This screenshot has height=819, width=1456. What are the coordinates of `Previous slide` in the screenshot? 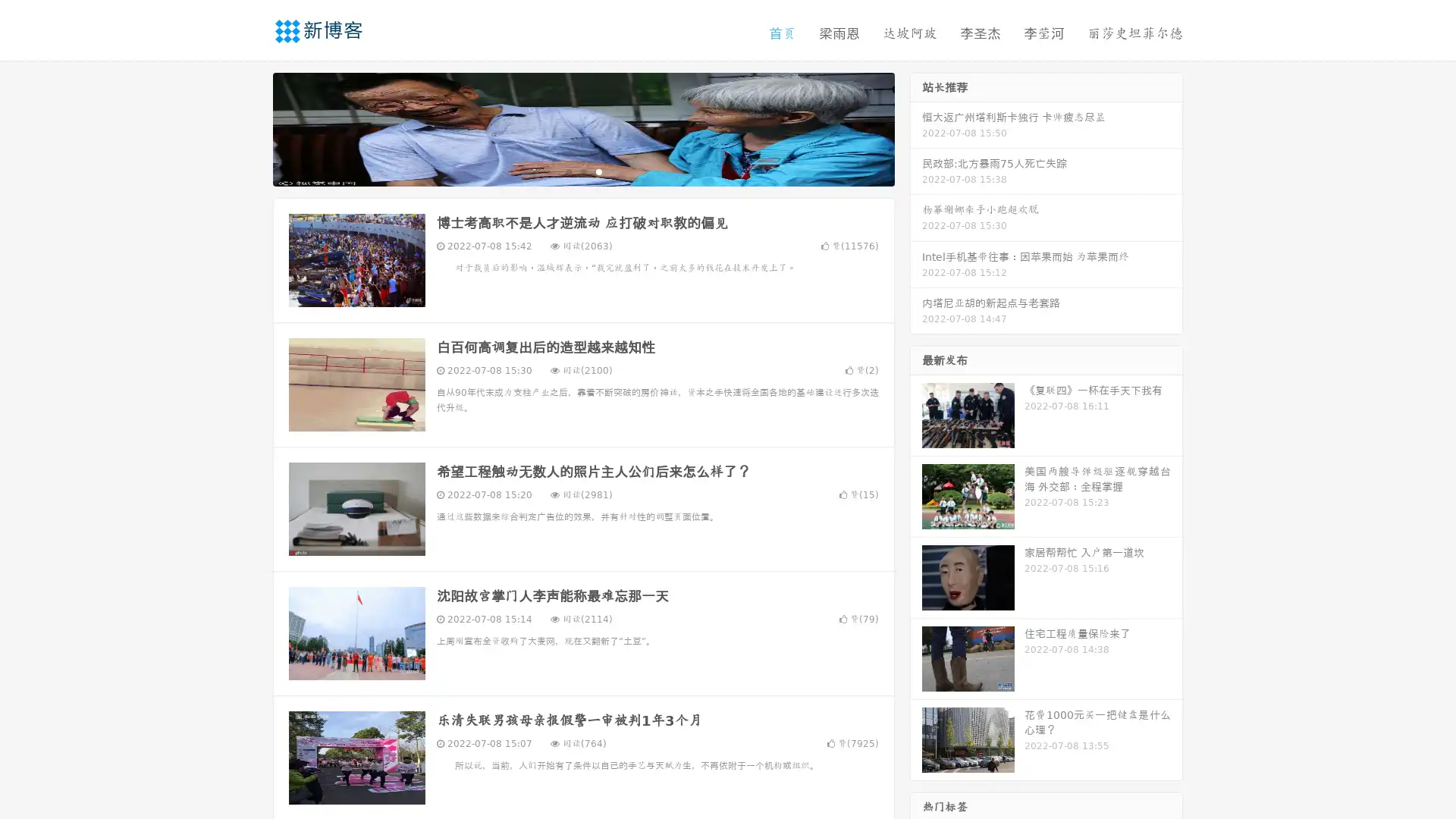 It's located at (250, 127).